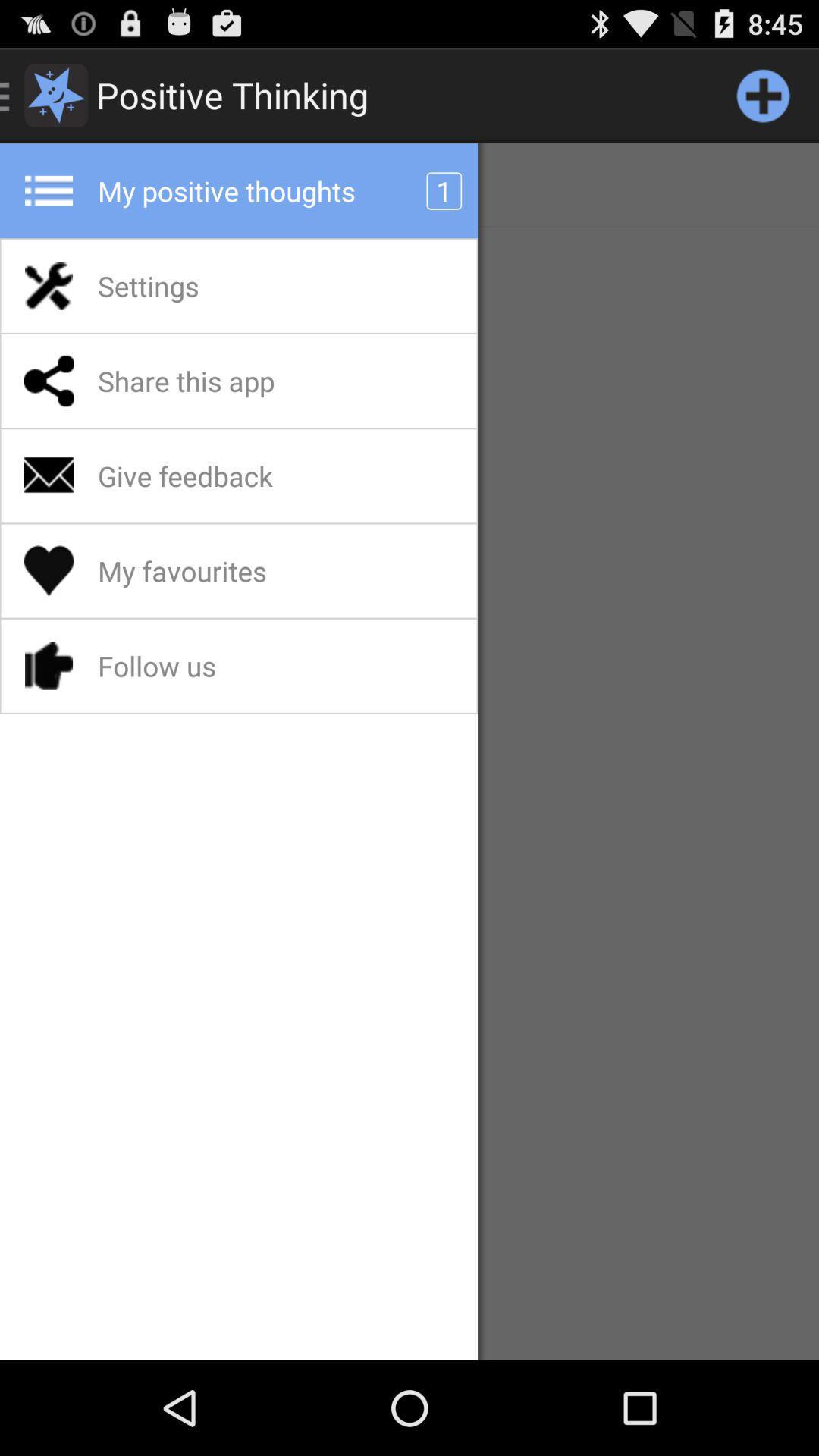  I want to click on the settings icon, so click(187, 286).